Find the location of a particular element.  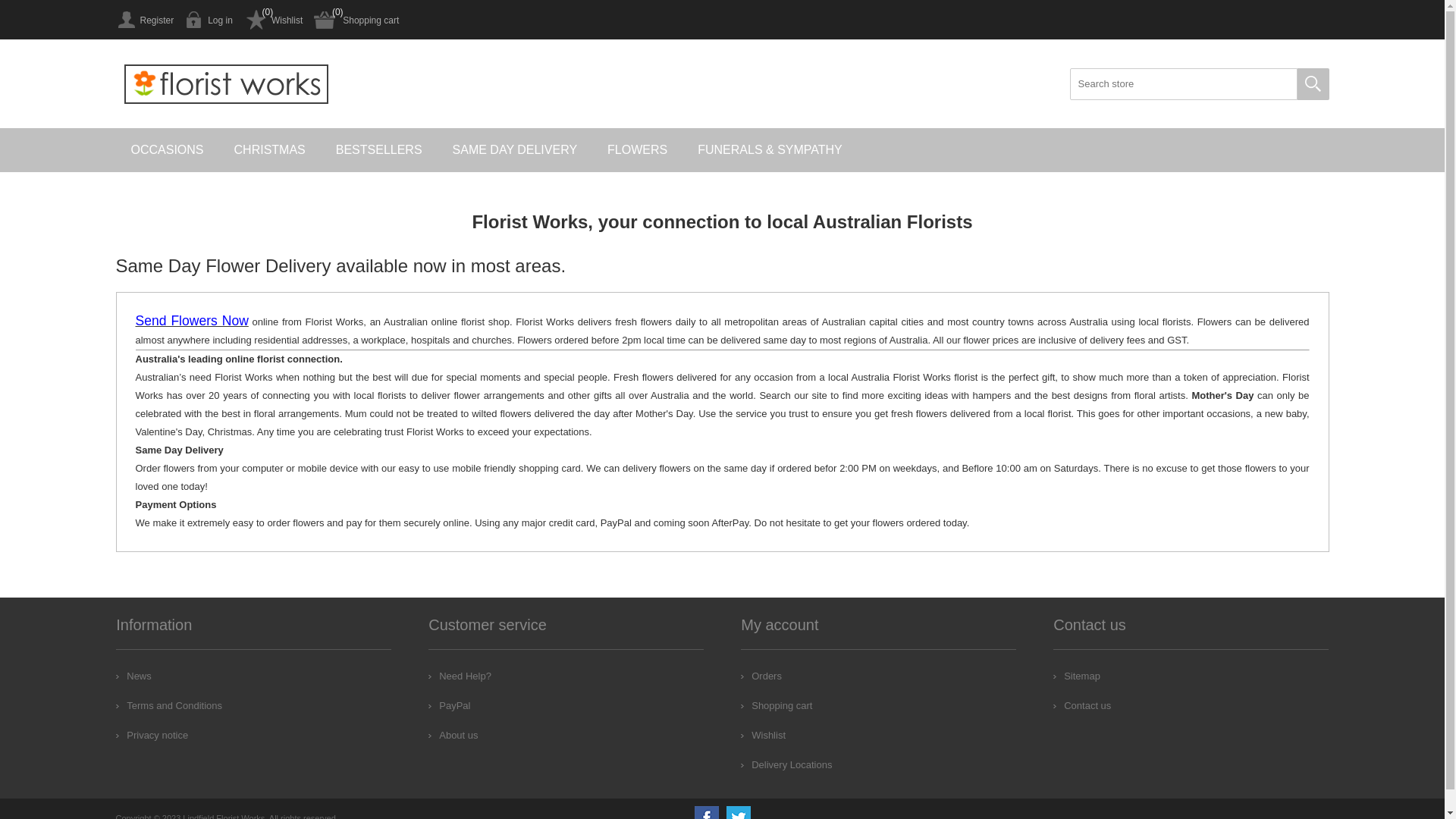

'SAME DAY DELIVERY' is located at coordinates (515, 149).